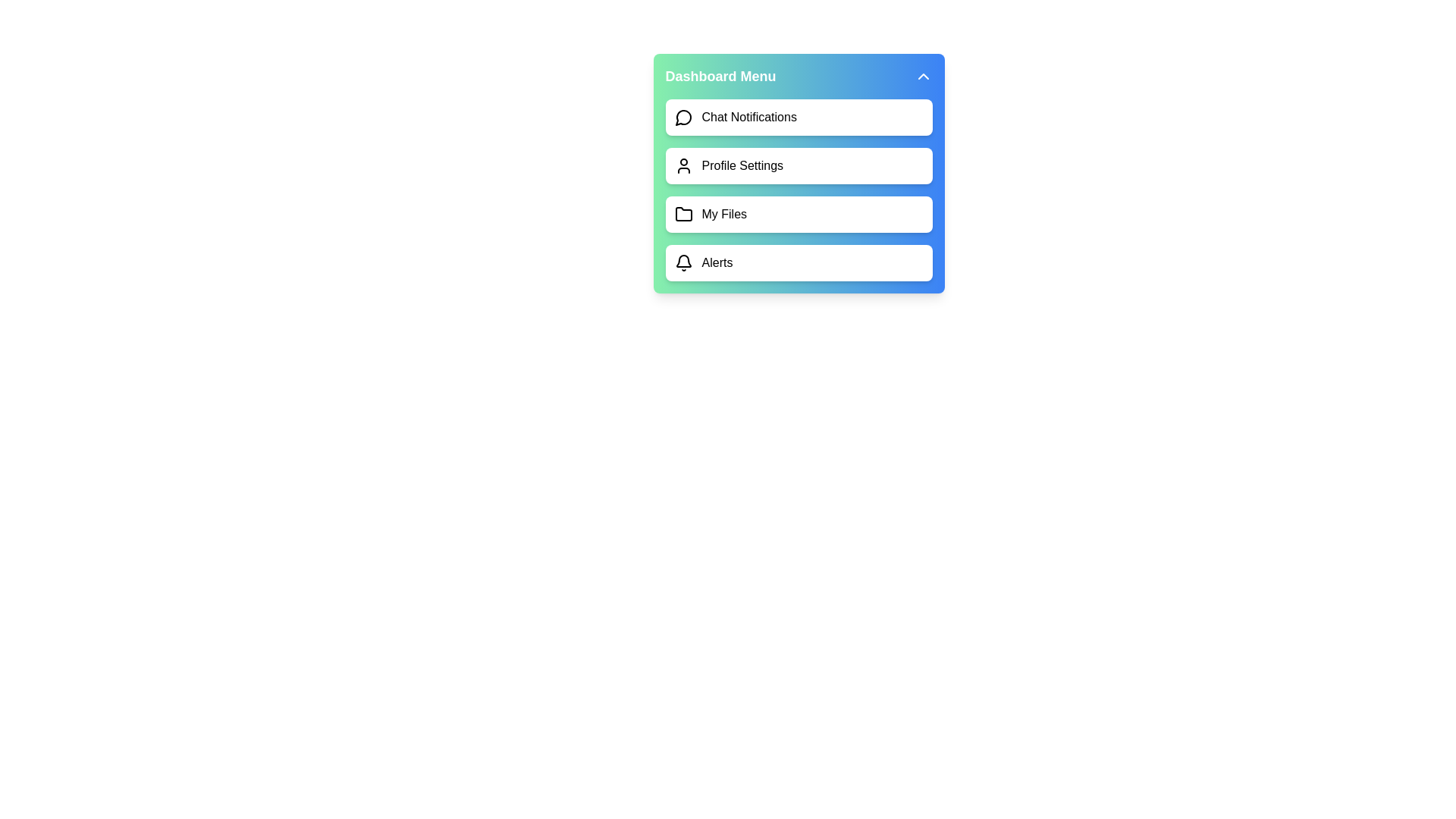 This screenshot has height=819, width=1456. What do you see at coordinates (682, 214) in the screenshot?
I see `the icon corresponding to My Files` at bounding box center [682, 214].